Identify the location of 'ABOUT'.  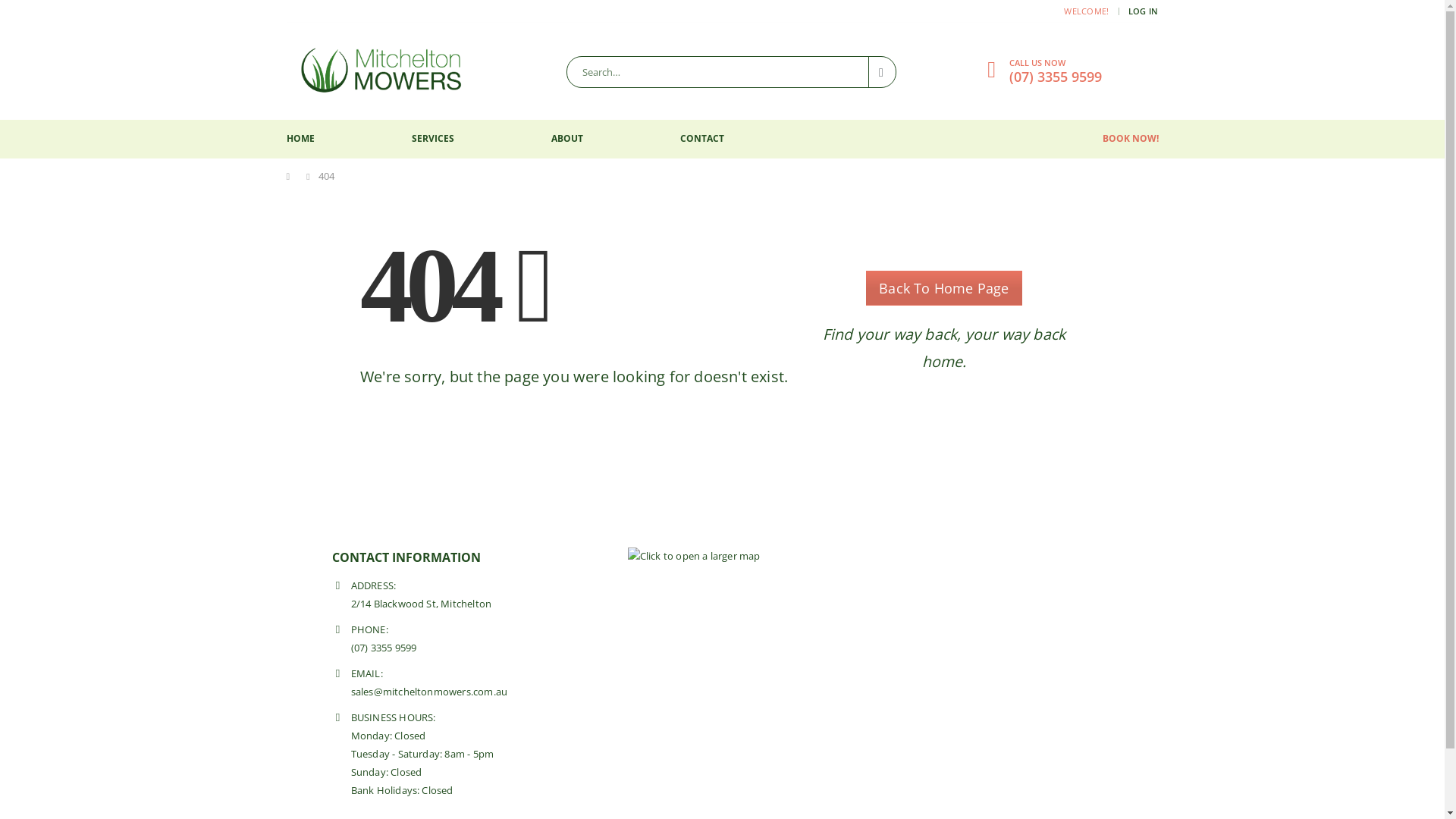
(566, 139).